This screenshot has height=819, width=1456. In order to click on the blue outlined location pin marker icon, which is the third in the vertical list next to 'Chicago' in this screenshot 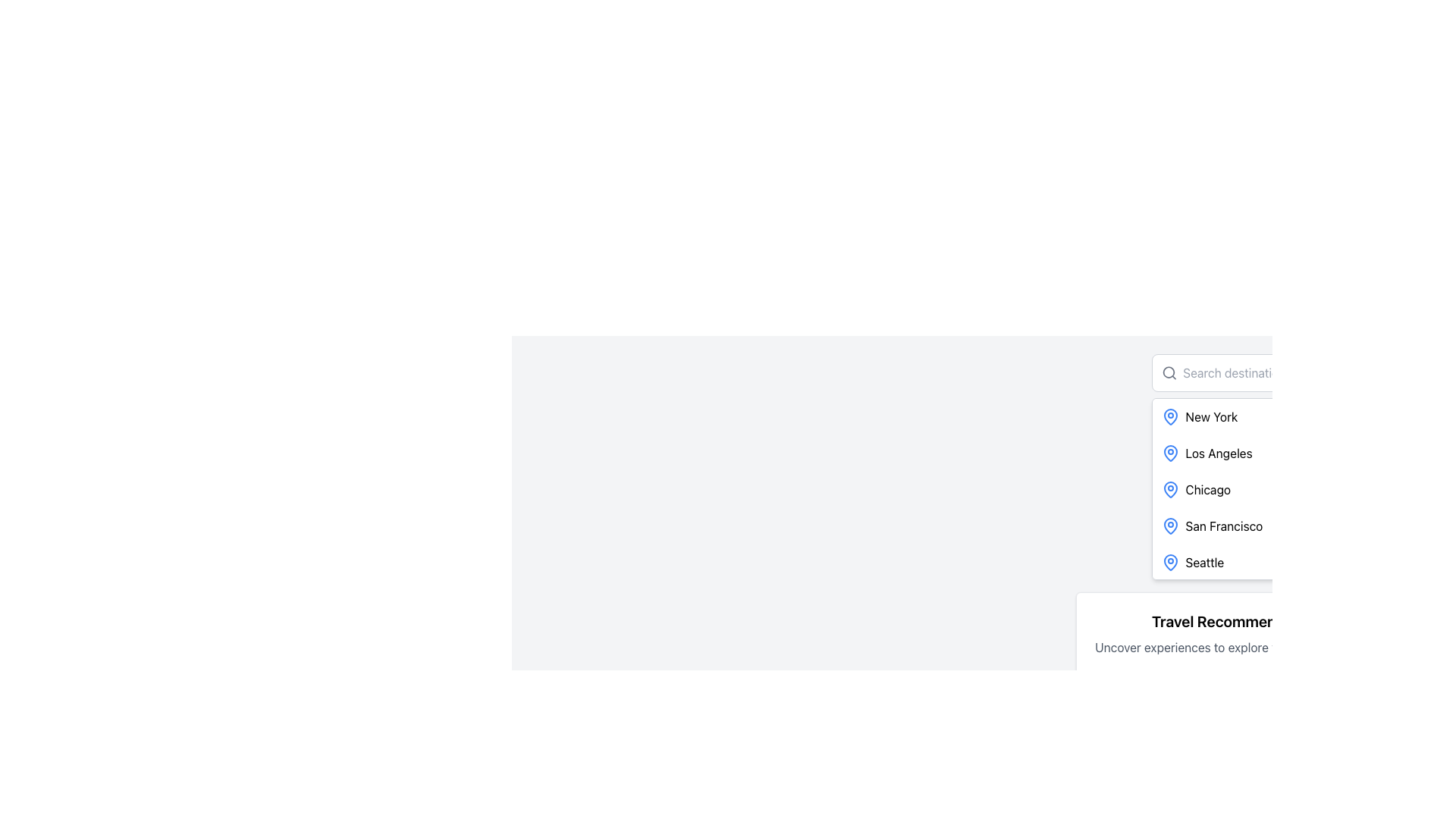, I will do `click(1169, 489)`.